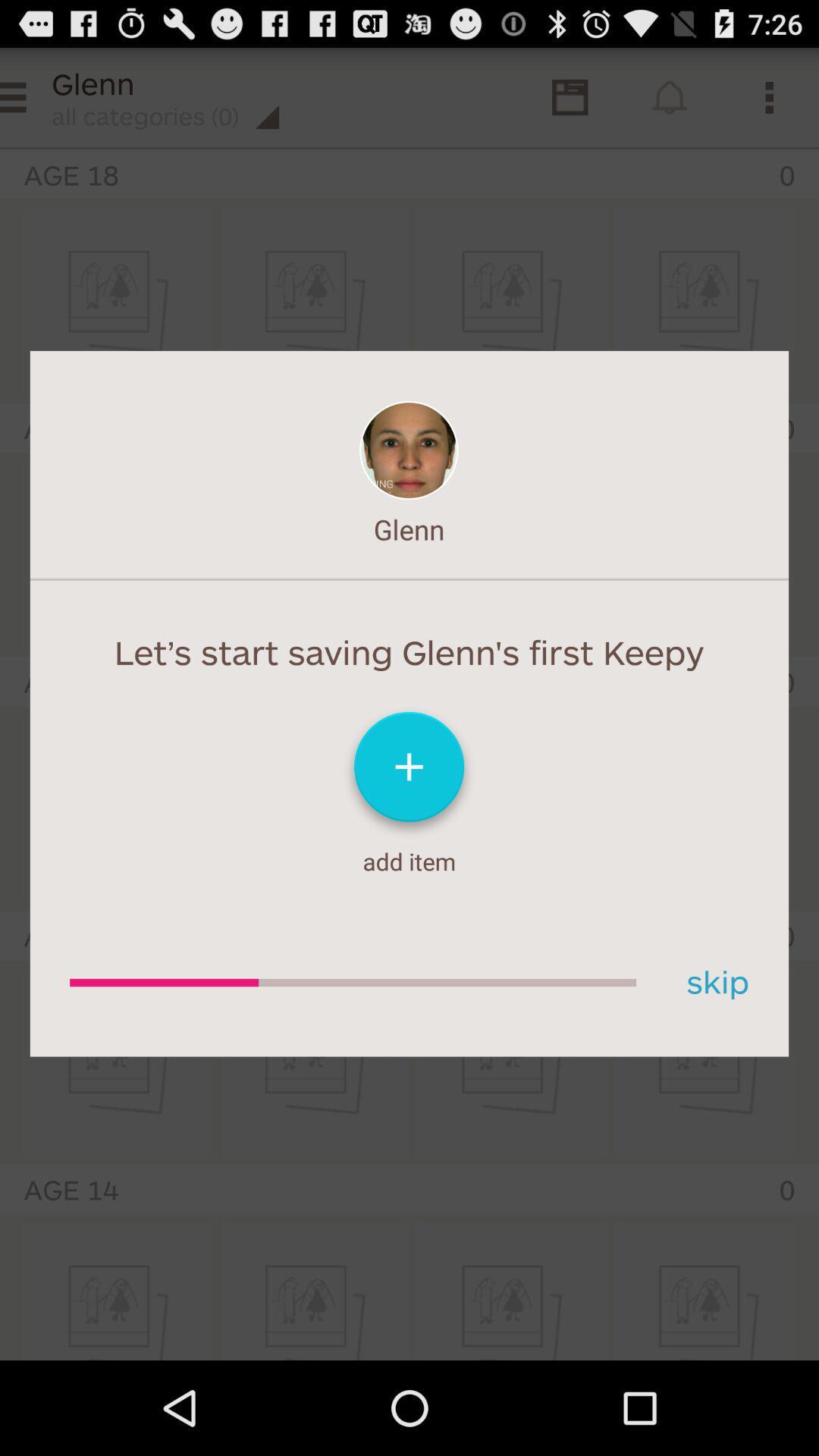 This screenshot has height=1456, width=819. I want to click on the skip app, so click(712, 983).